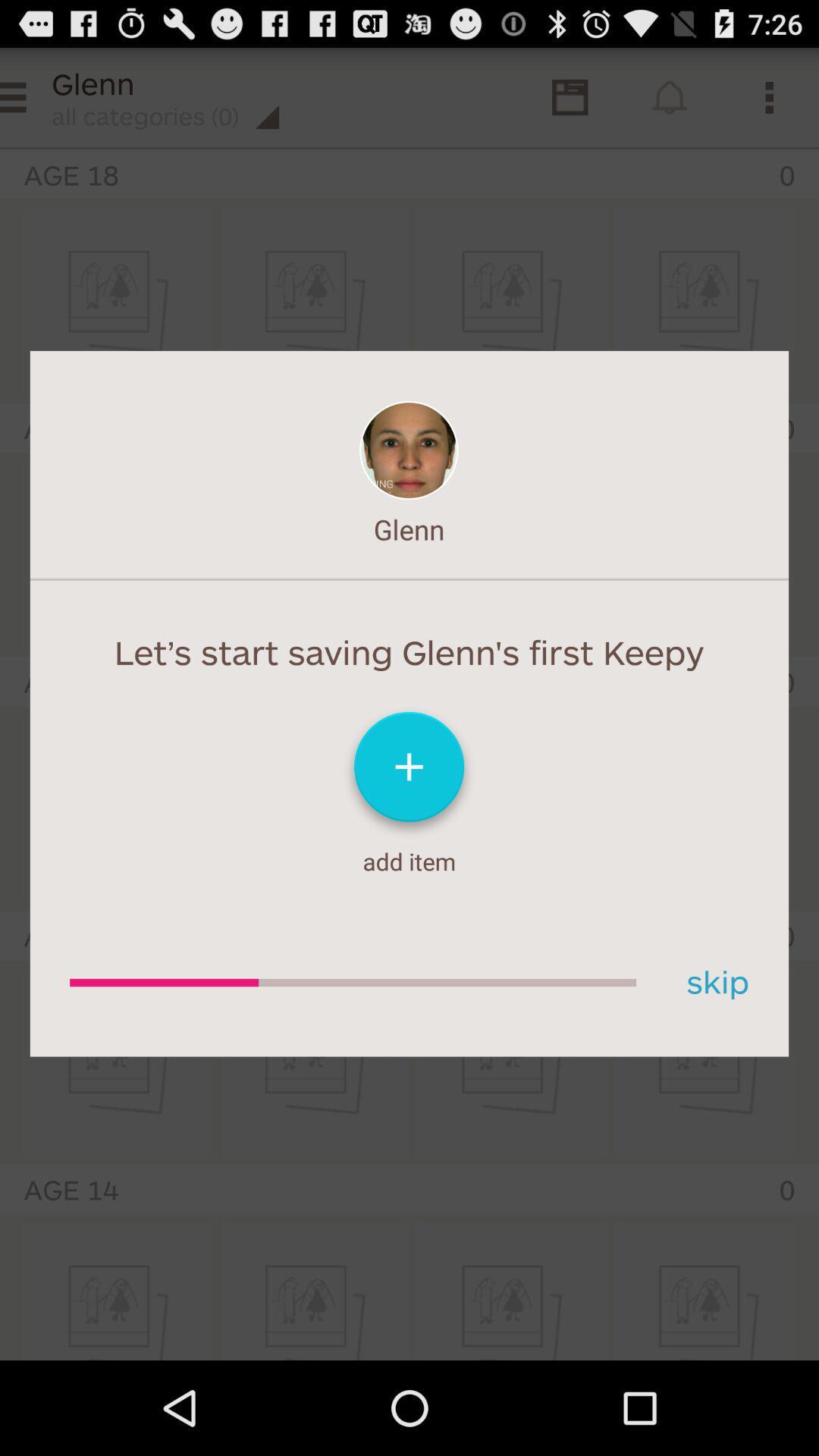 This screenshot has height=1456, width=819. I want to click on the skip app, so click(712, 983).